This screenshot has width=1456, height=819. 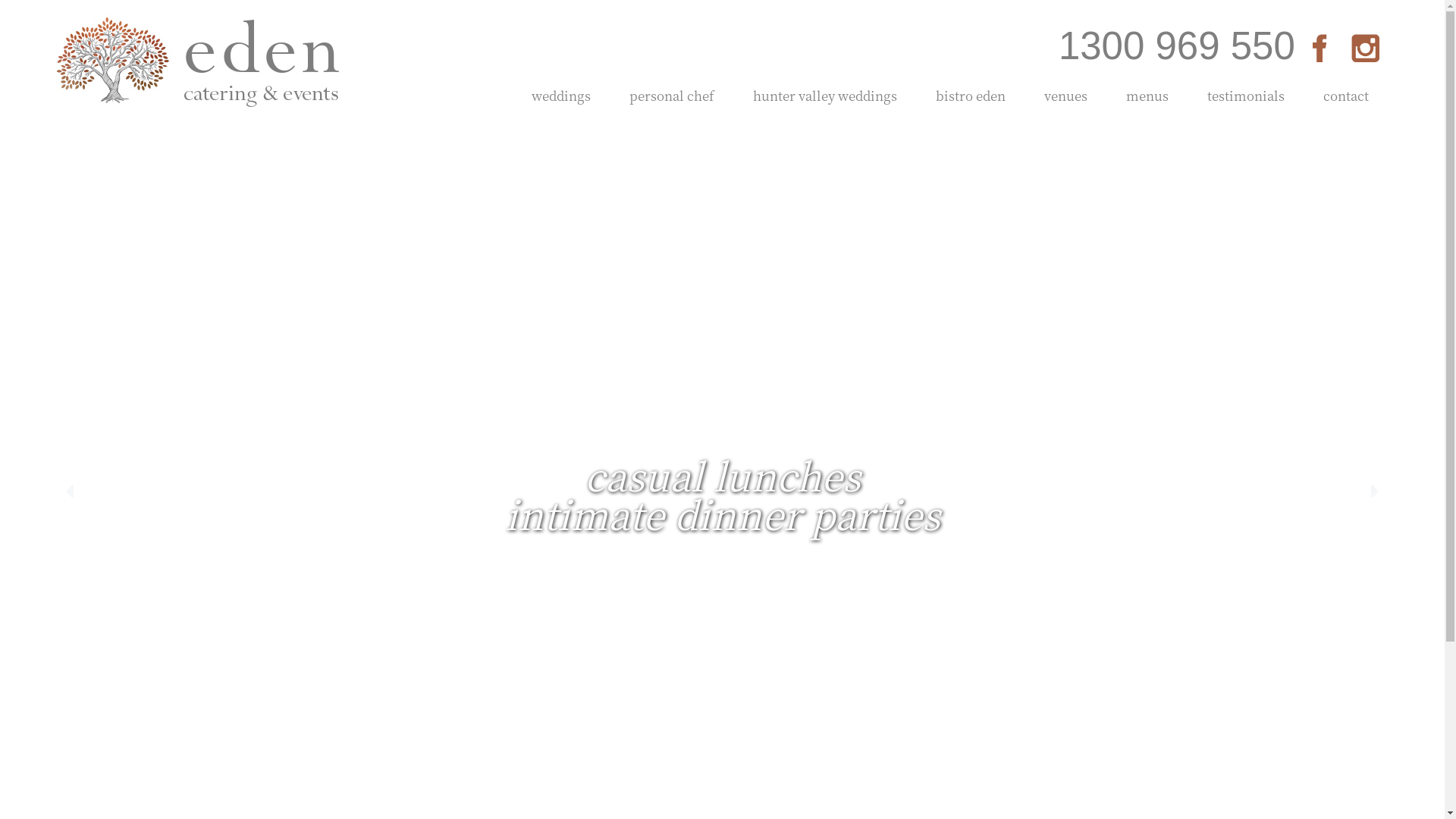 What do you see at coordinates (1343, 48) in the screenshot?
I see `'Instagram'` at bounding box center [1343, 48].